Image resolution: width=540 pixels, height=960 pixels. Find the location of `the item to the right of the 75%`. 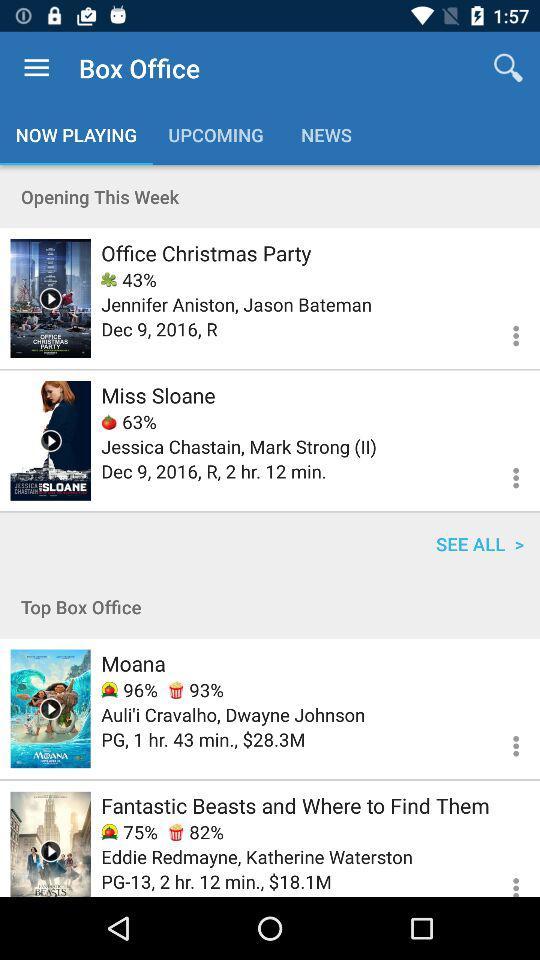

the item to the right of the 75% is located at coordinates (196, 832).